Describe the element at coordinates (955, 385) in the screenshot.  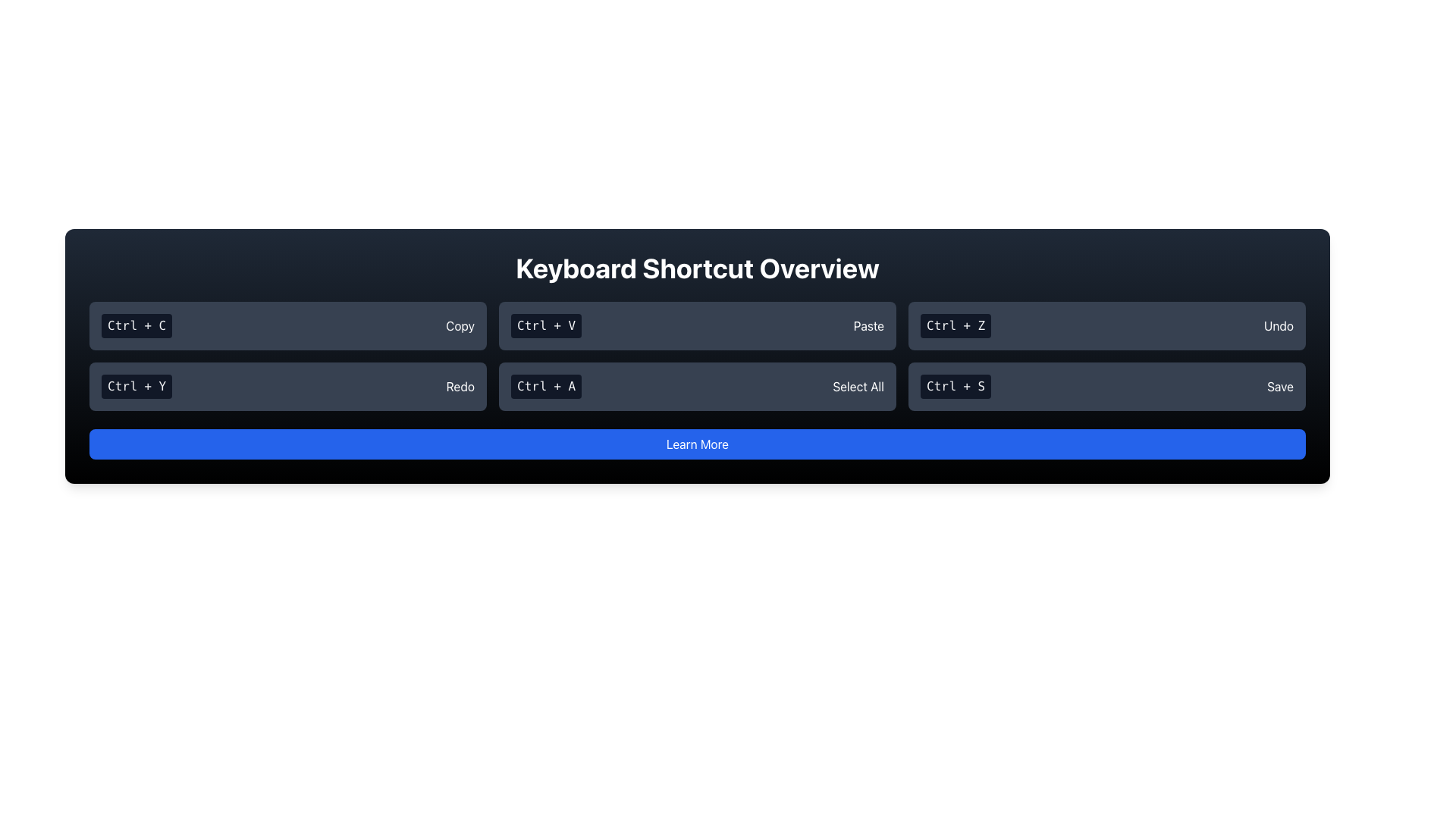
I see `the text display element that shows 'Ctrl + S' in a monospace font style with a dark gray background and white text, styled with rounded corners and light padding, located at the bottom right corner of the main interface` at that location.